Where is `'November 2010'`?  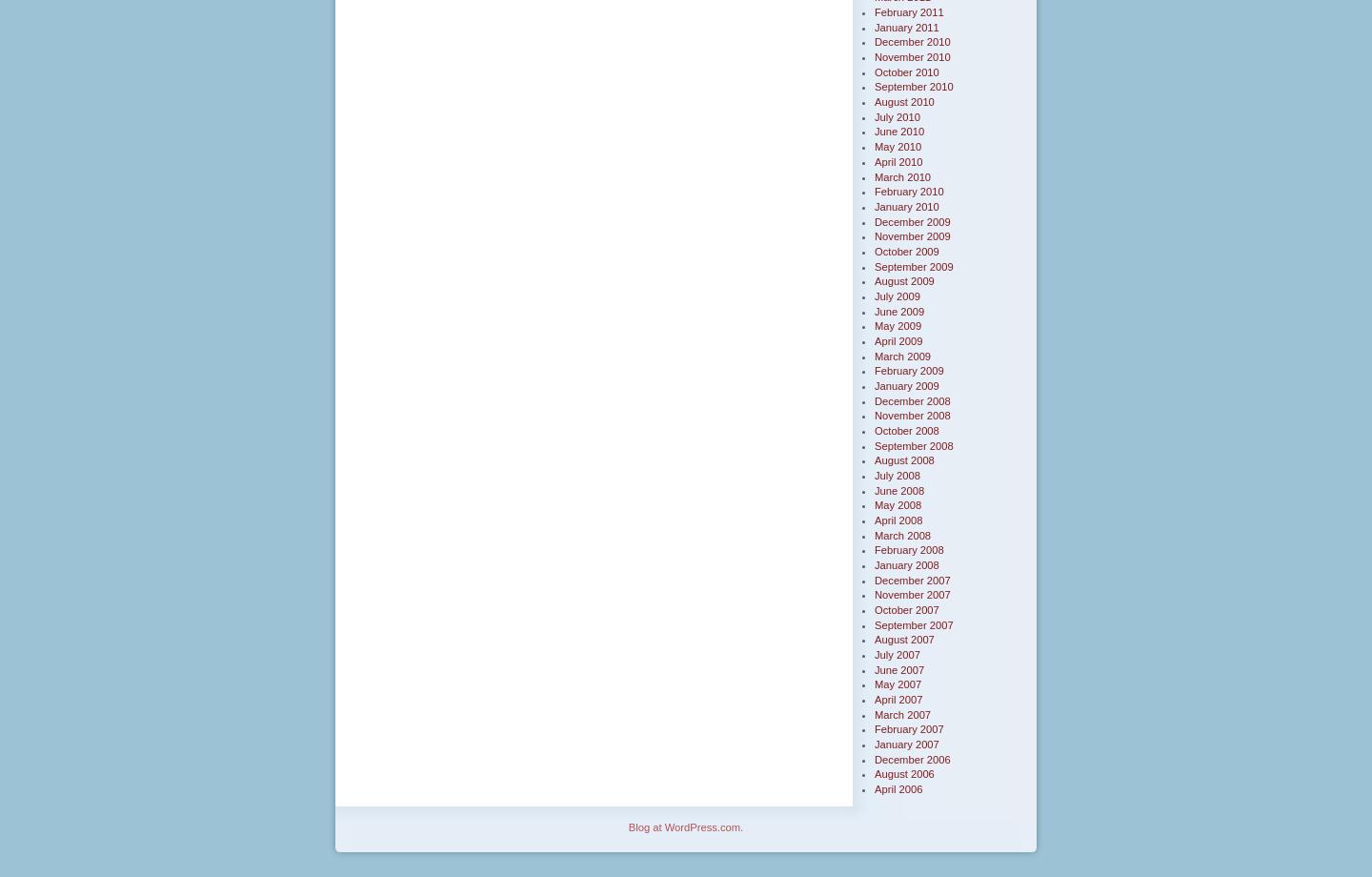
'November 2010' is located at coordinates (912, 56).